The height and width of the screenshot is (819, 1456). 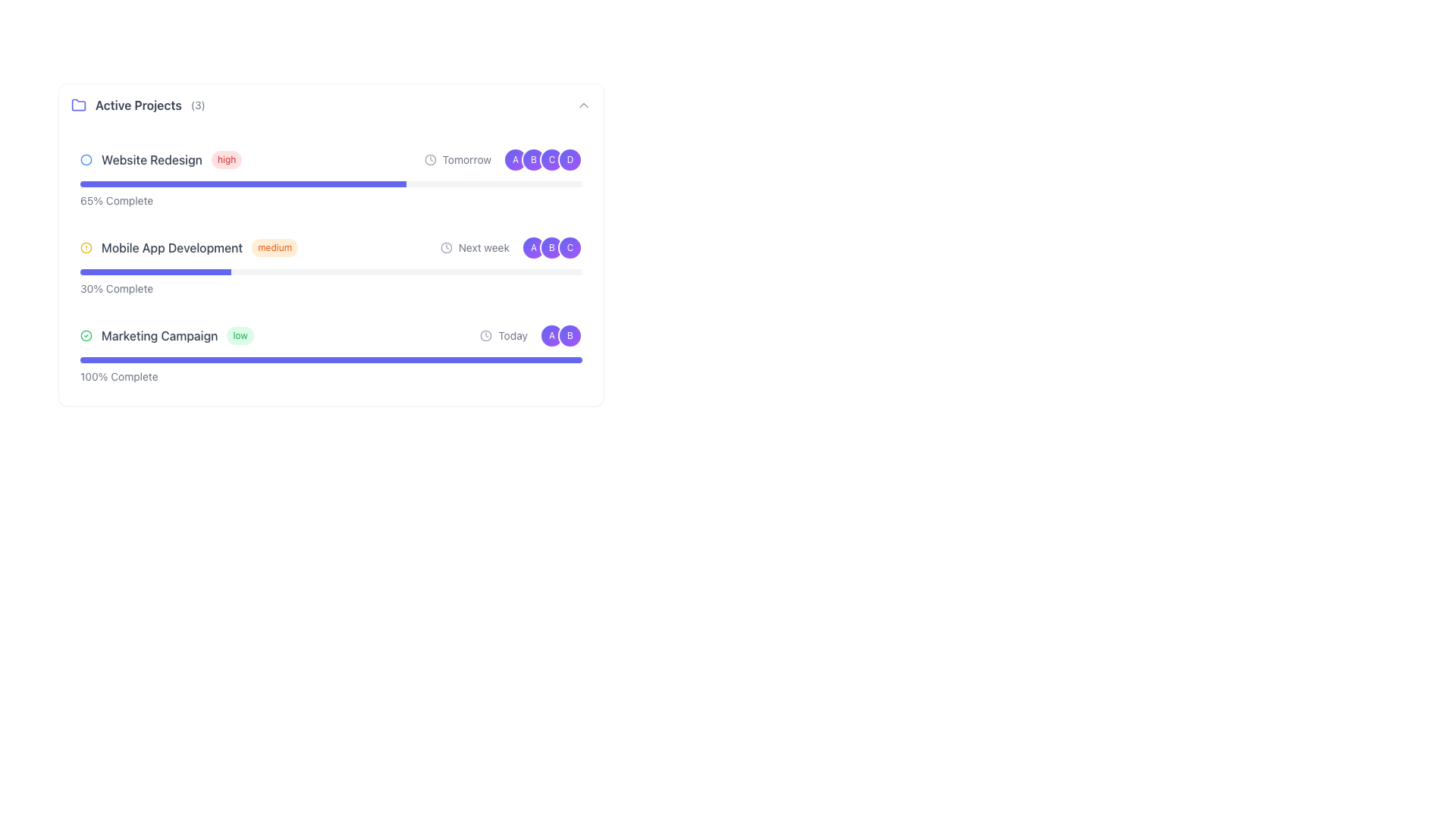 What do you see at coordinates (330, 271) in the screenshot?
I see `the second progress bar representing the 30% completion of the 'Mobile App Development' task` at bounding box center [330, 271].